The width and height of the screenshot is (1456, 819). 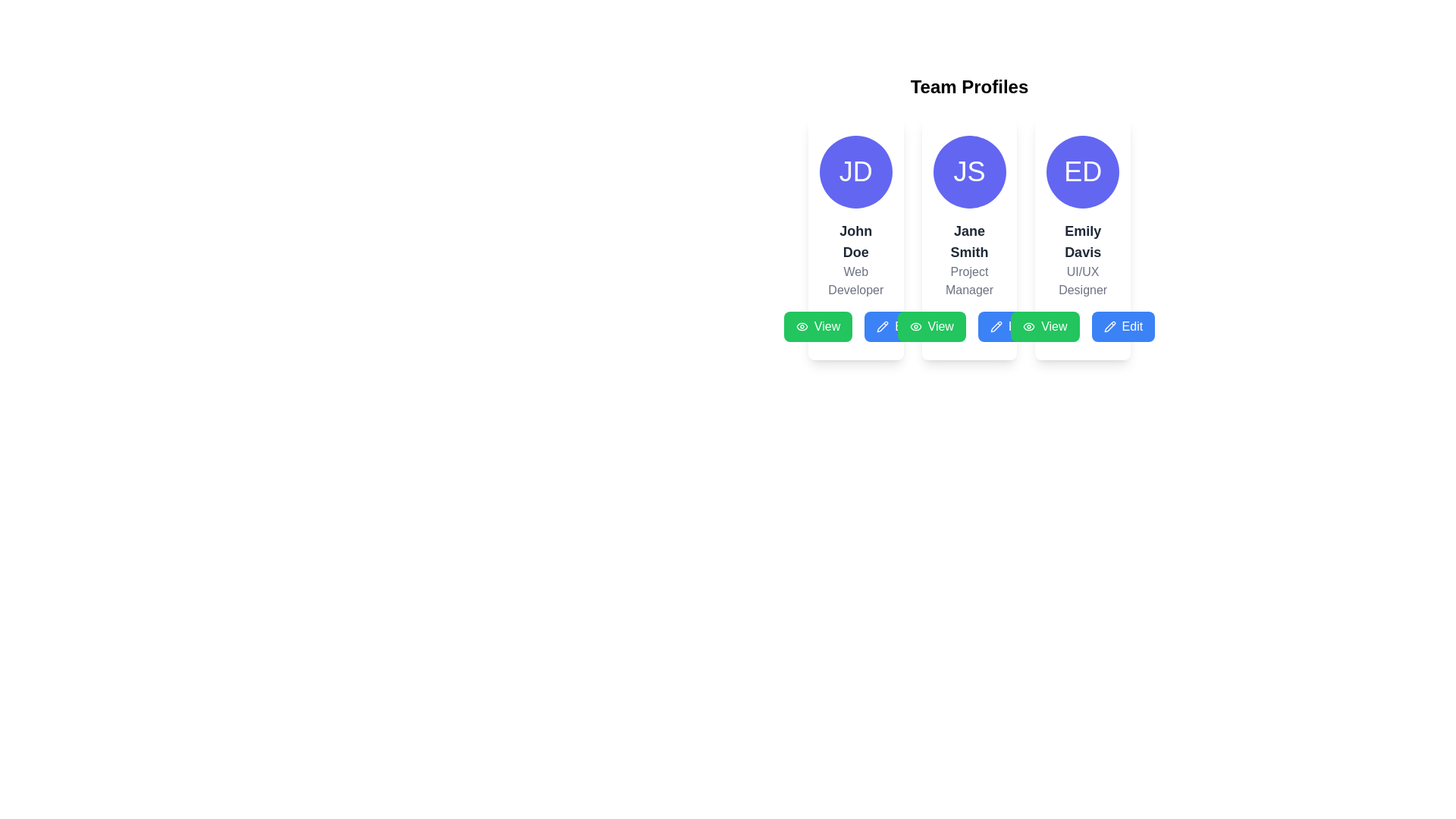 I want to click on the 'View' button in the button group located in the lower section of the card associated with Emily Davis, the UI/UX Designer, so click(x=1082, y=326).